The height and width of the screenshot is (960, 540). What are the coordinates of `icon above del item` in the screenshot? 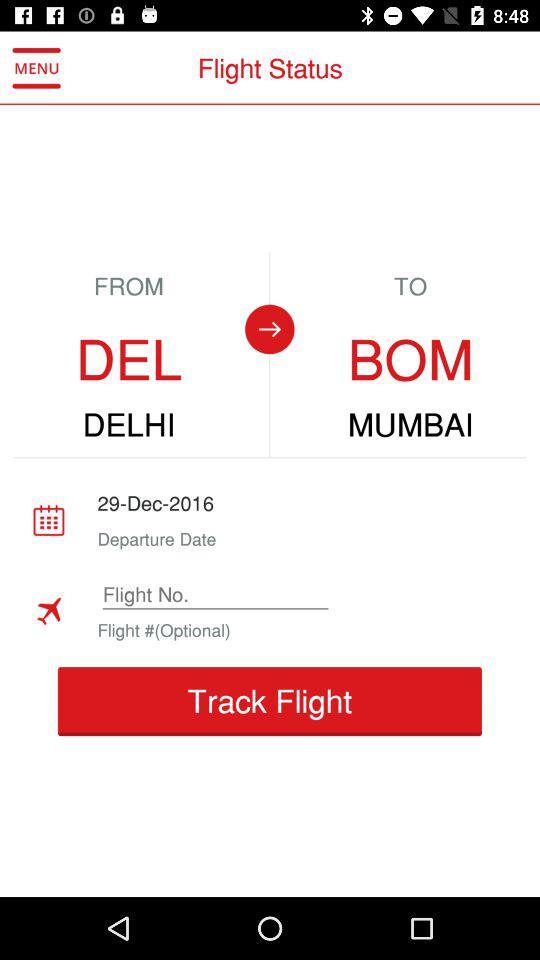 It's located at (36, 68).